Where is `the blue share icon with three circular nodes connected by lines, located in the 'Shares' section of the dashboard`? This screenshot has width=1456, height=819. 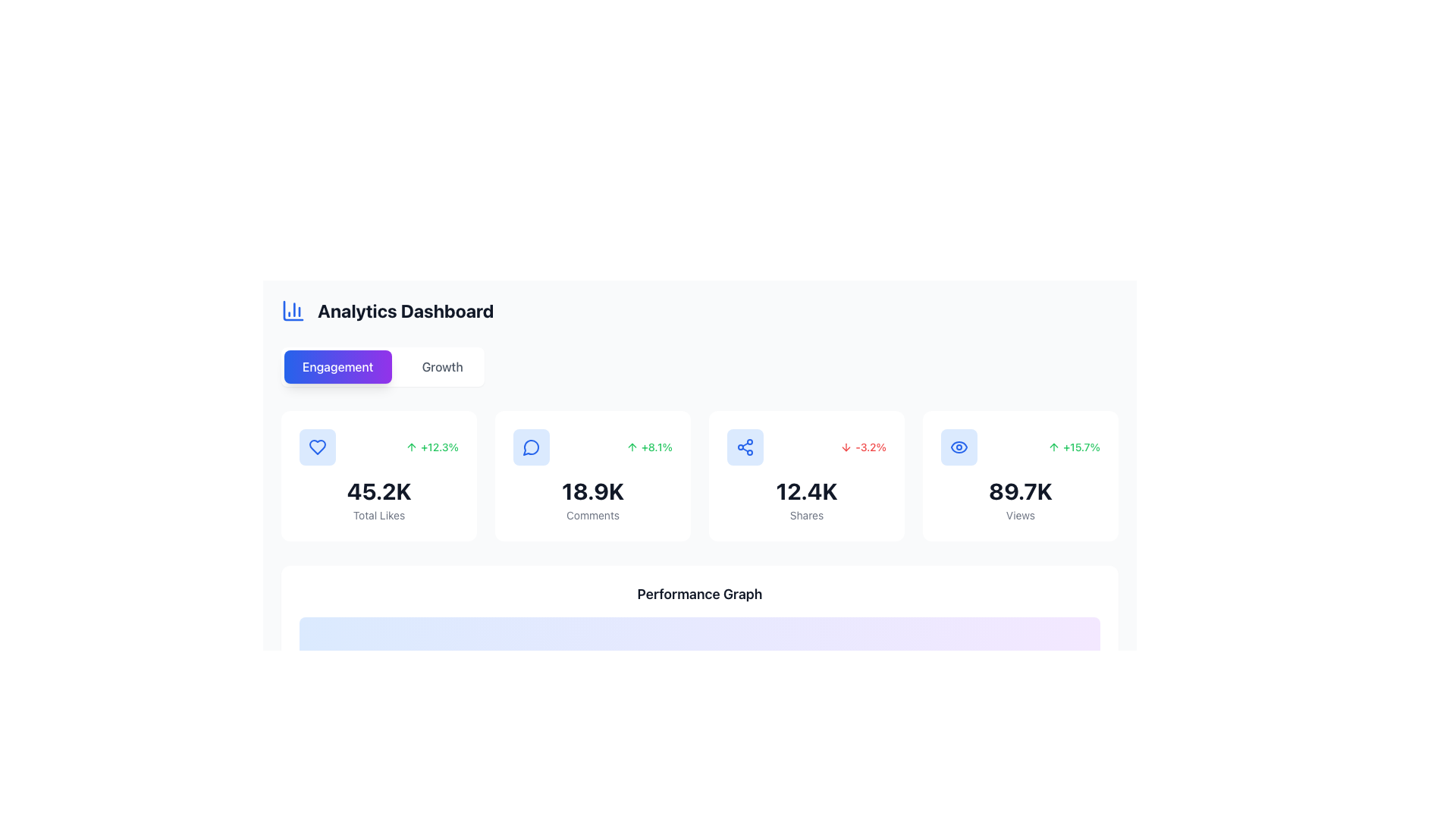
the blue share icon with three circular nodes connected by lines, located in the 'Shares' section of the dashboard is located at coordinates (745, 447).